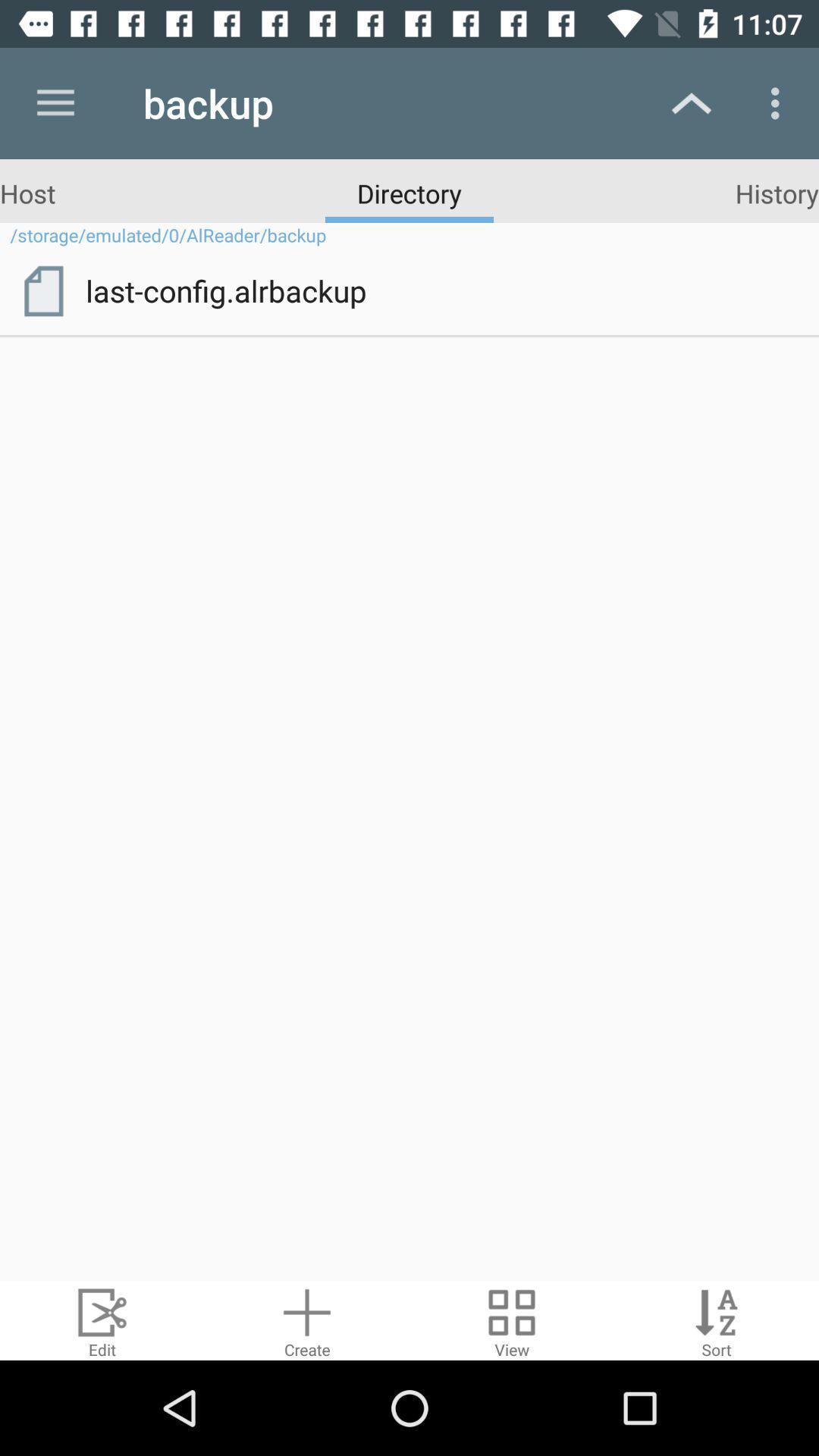  What do you see at coordinates (102, 1319) in the screenshot?
I see `tab to edit` at bounding box center [102, 1319].